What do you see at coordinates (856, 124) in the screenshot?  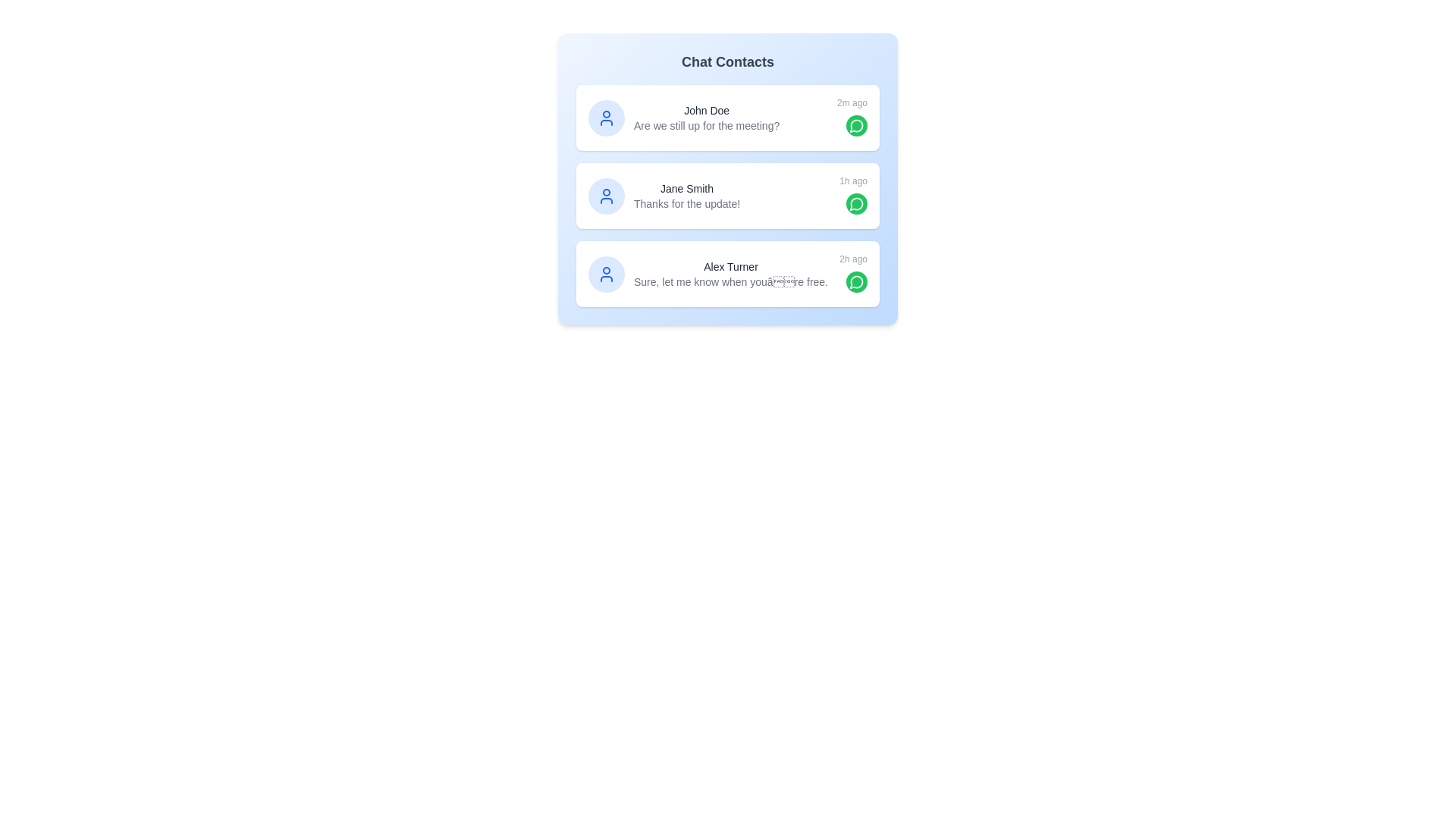 I see `the chat button for John Doe to open their chat interface` at bounding box center [856, 124].